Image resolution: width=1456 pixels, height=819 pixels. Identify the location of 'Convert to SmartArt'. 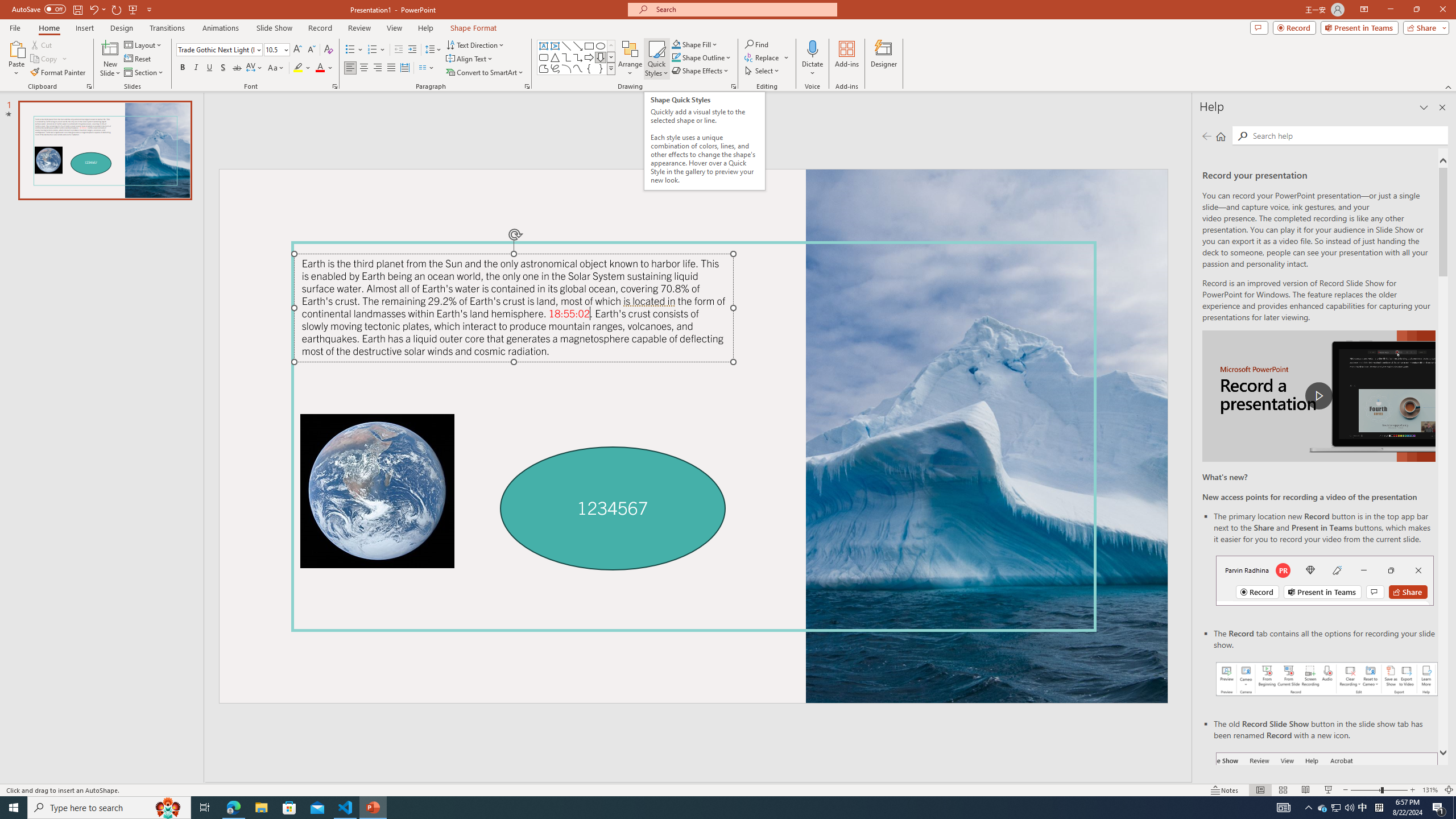
(485, 72).